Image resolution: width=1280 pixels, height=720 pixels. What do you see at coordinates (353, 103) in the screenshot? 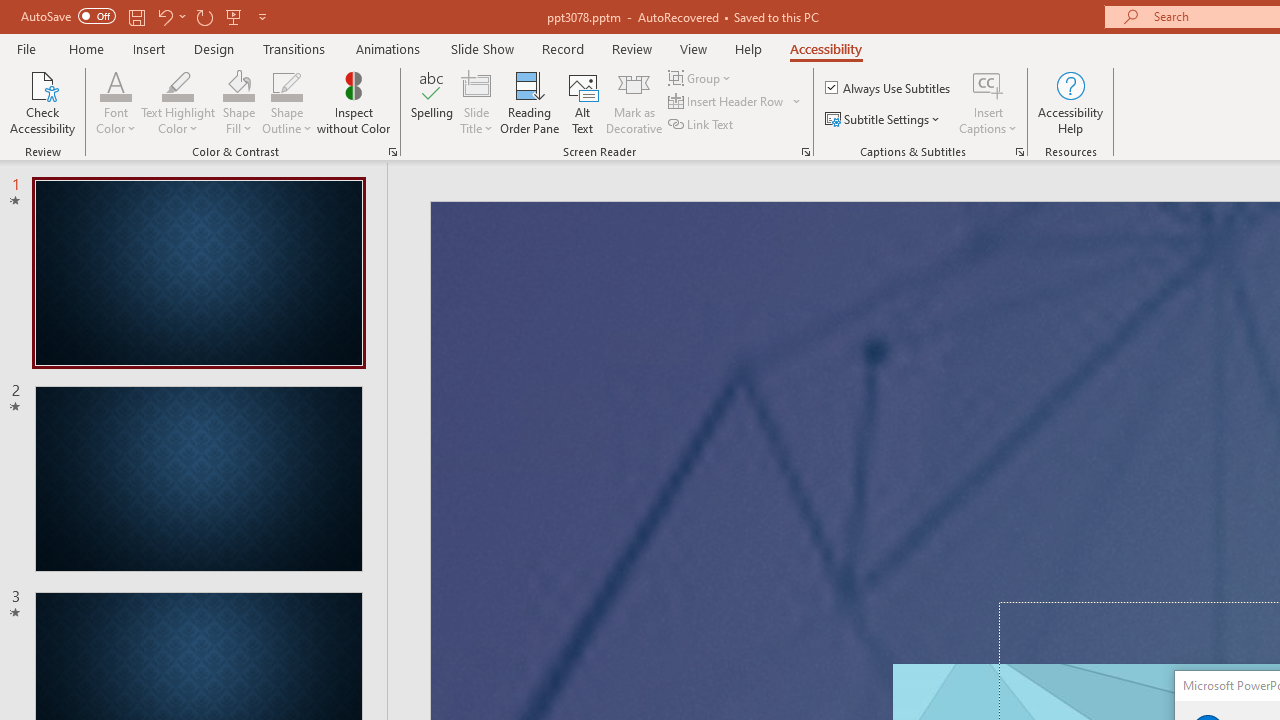
I see `'Inspect without Color'` at bounding box center [353, 103].